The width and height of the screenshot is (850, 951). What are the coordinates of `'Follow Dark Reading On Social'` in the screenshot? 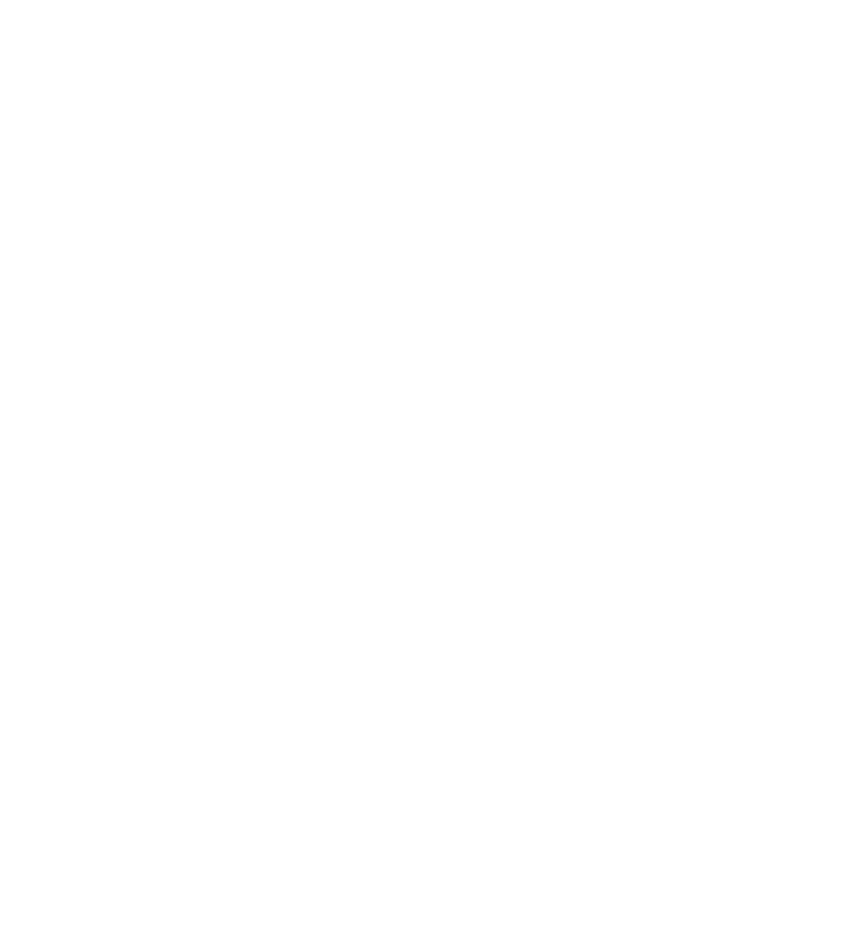 It's located at (316, 751).